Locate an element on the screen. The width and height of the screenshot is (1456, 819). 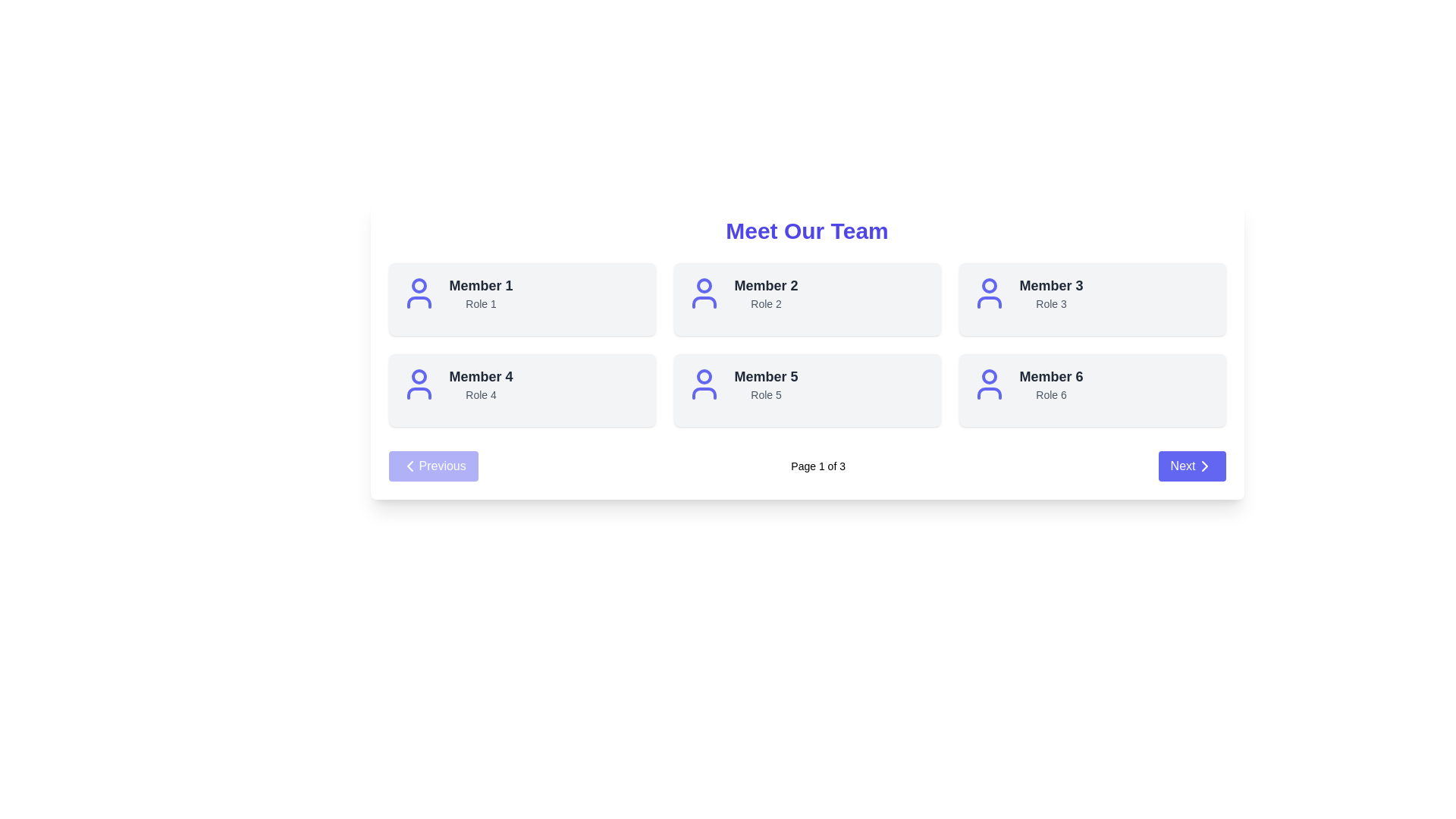
the 'Previous' button which contains the left-pointing arrow icon, located at the bottom-left corner of the interface is located at coordinates (409, 465).